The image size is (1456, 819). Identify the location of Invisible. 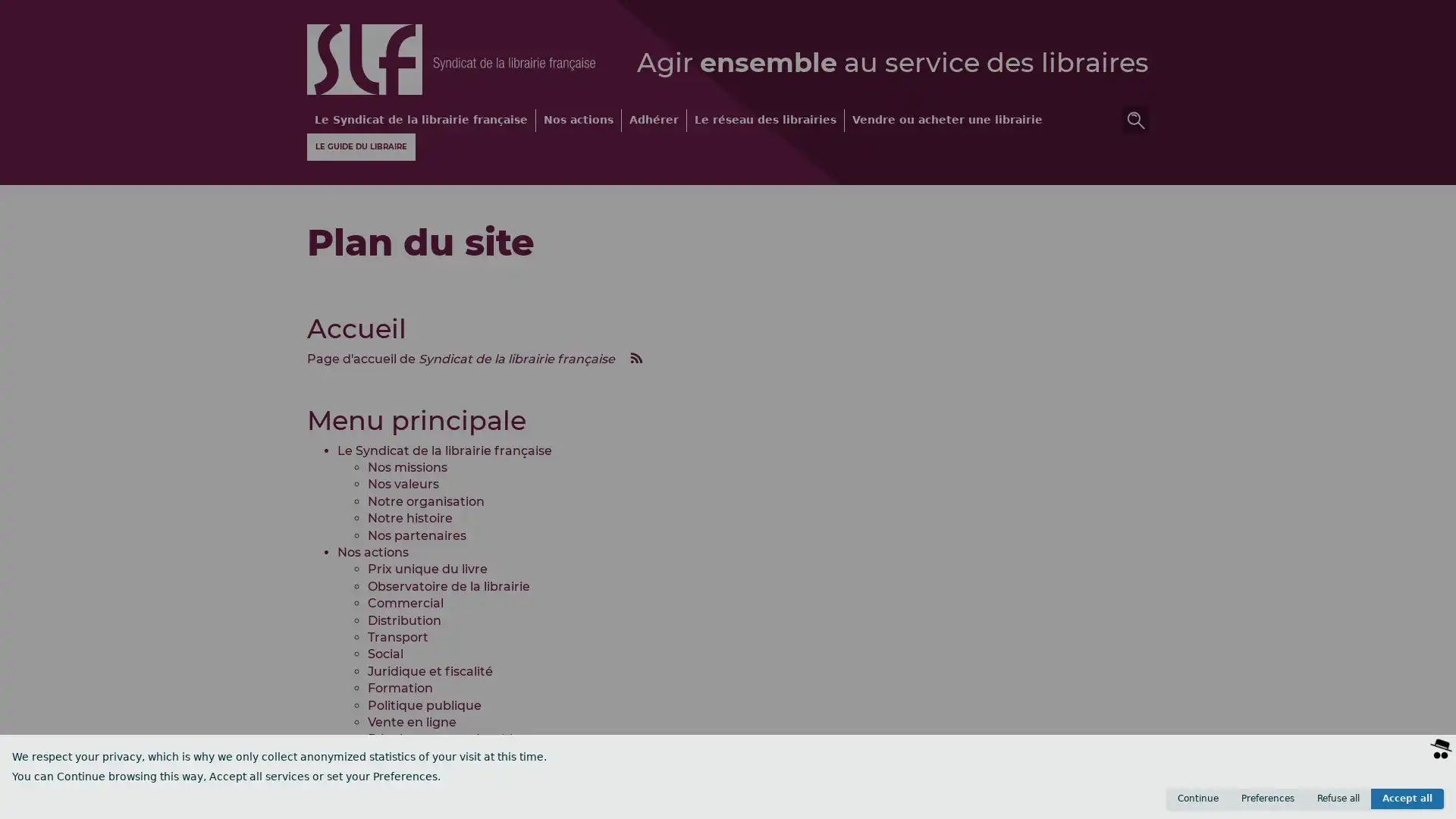
(1366, 803).